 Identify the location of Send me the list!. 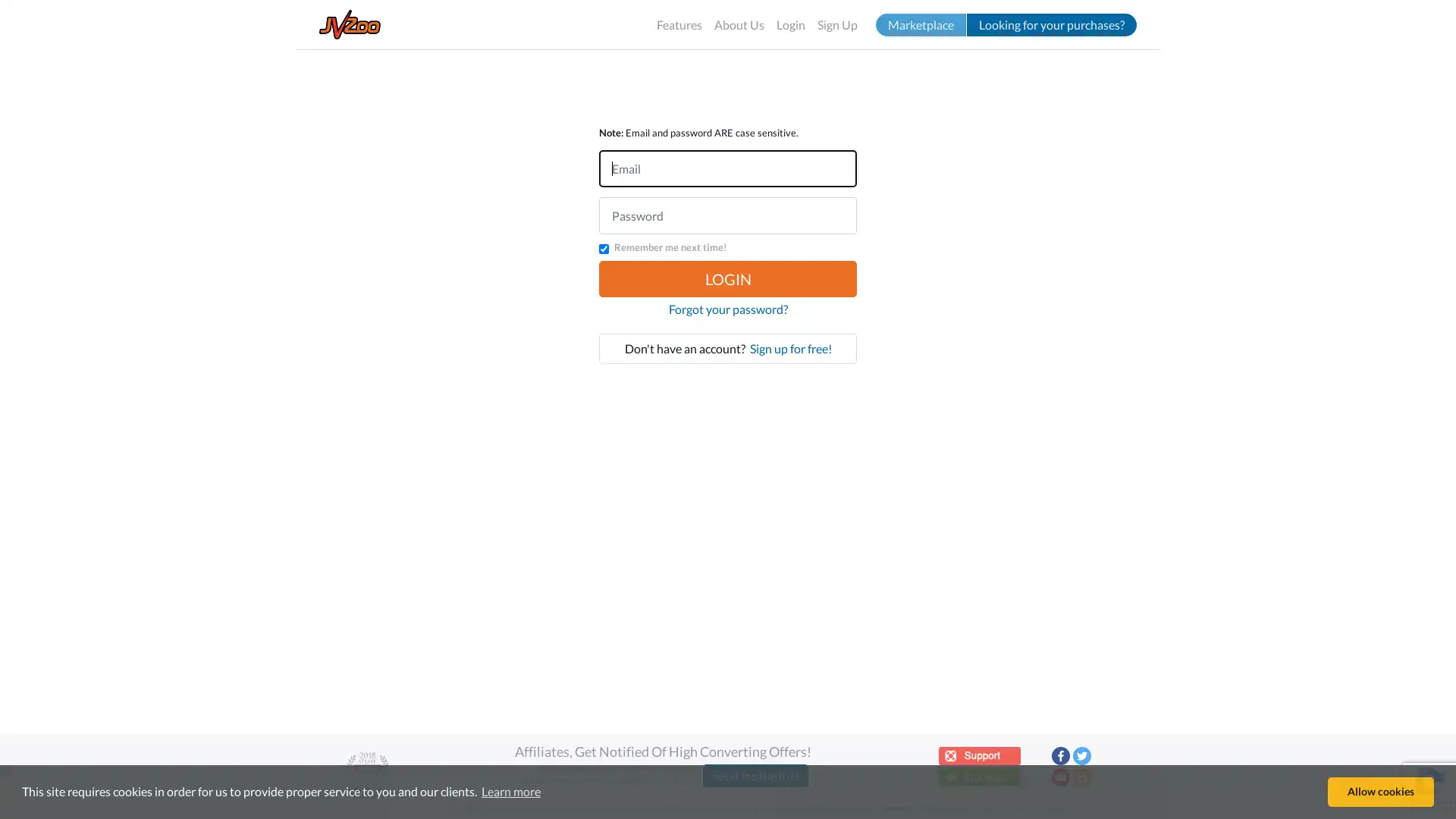
(755, 775).